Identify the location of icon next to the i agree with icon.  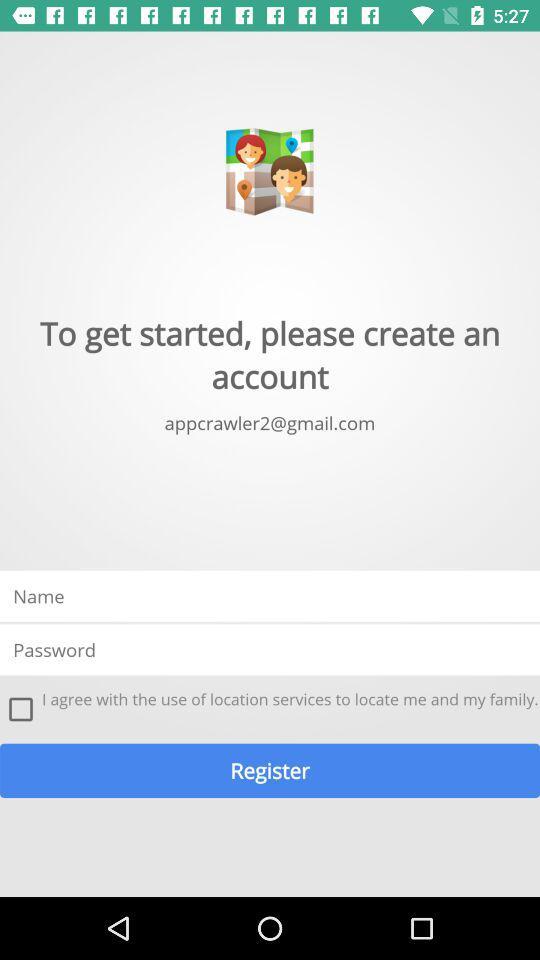
(20, 709).